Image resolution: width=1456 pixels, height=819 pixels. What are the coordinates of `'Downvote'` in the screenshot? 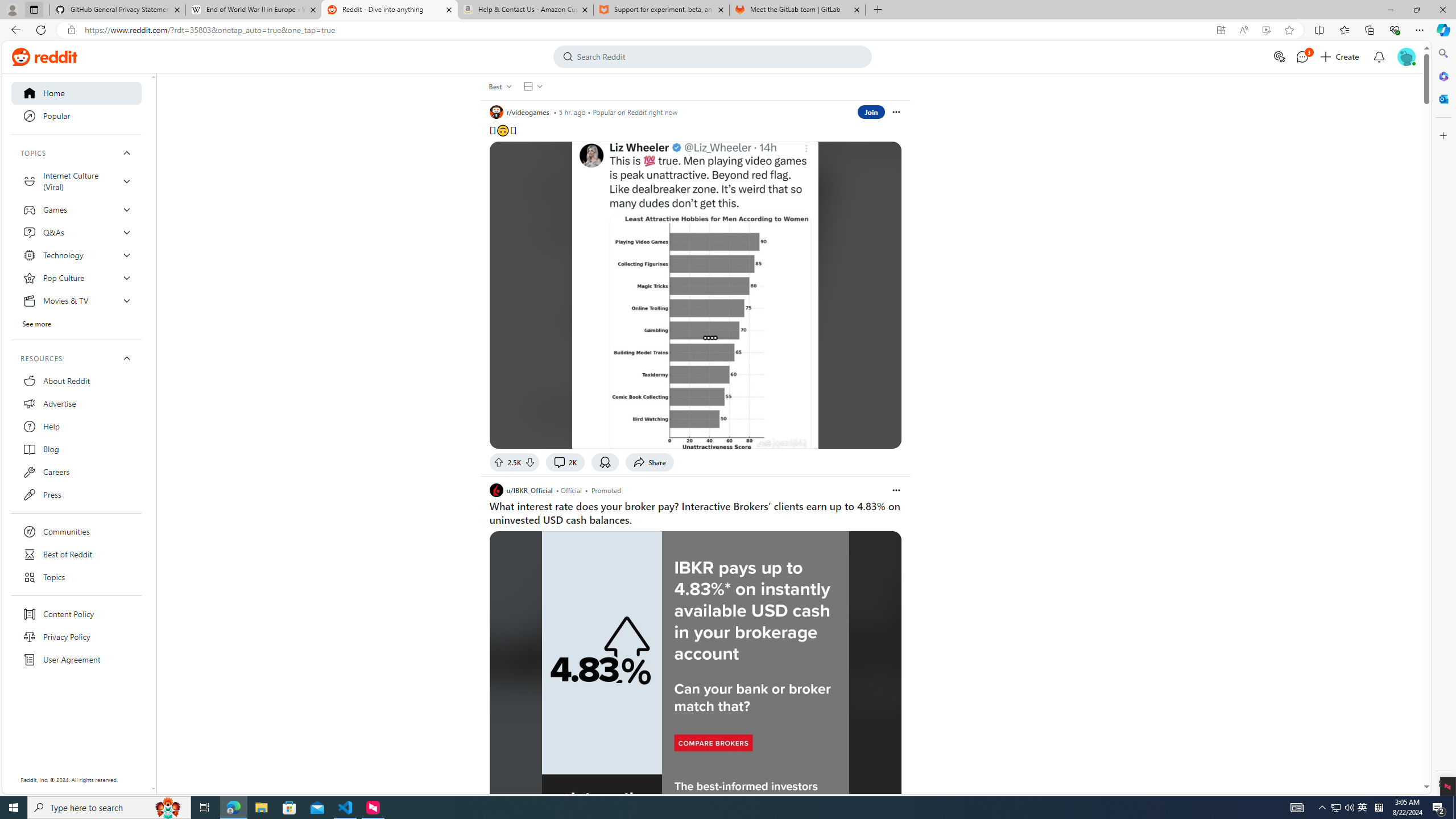 It's located at (531, 461).